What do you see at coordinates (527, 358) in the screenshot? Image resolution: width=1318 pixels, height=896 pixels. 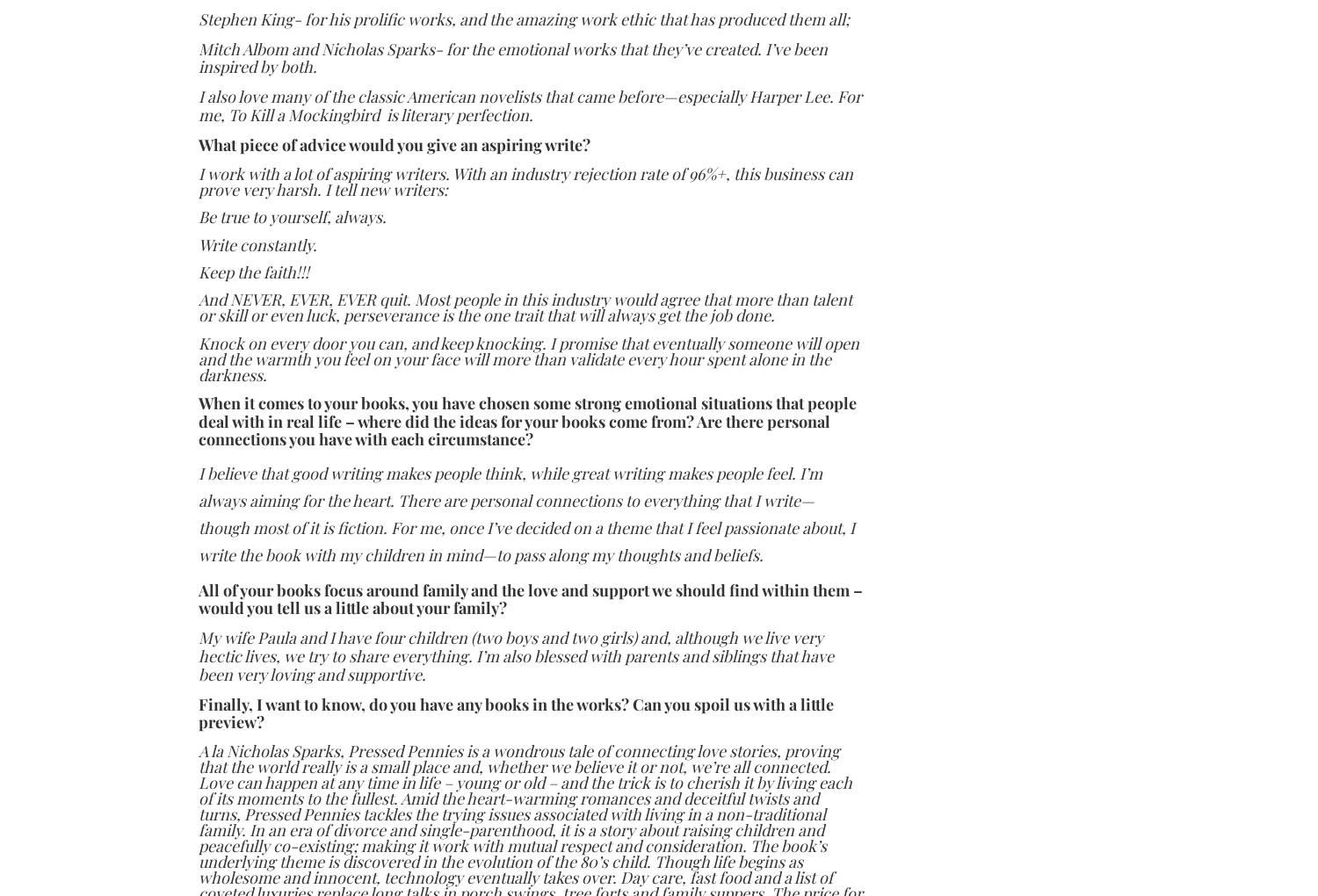 I see `'Knock on every door you can, and keep knocking. I promise that eventually someone will open and the warmth you feel on your face will more than validate every hour spent alone in the darkness.'` at bounding box center [527, 358].